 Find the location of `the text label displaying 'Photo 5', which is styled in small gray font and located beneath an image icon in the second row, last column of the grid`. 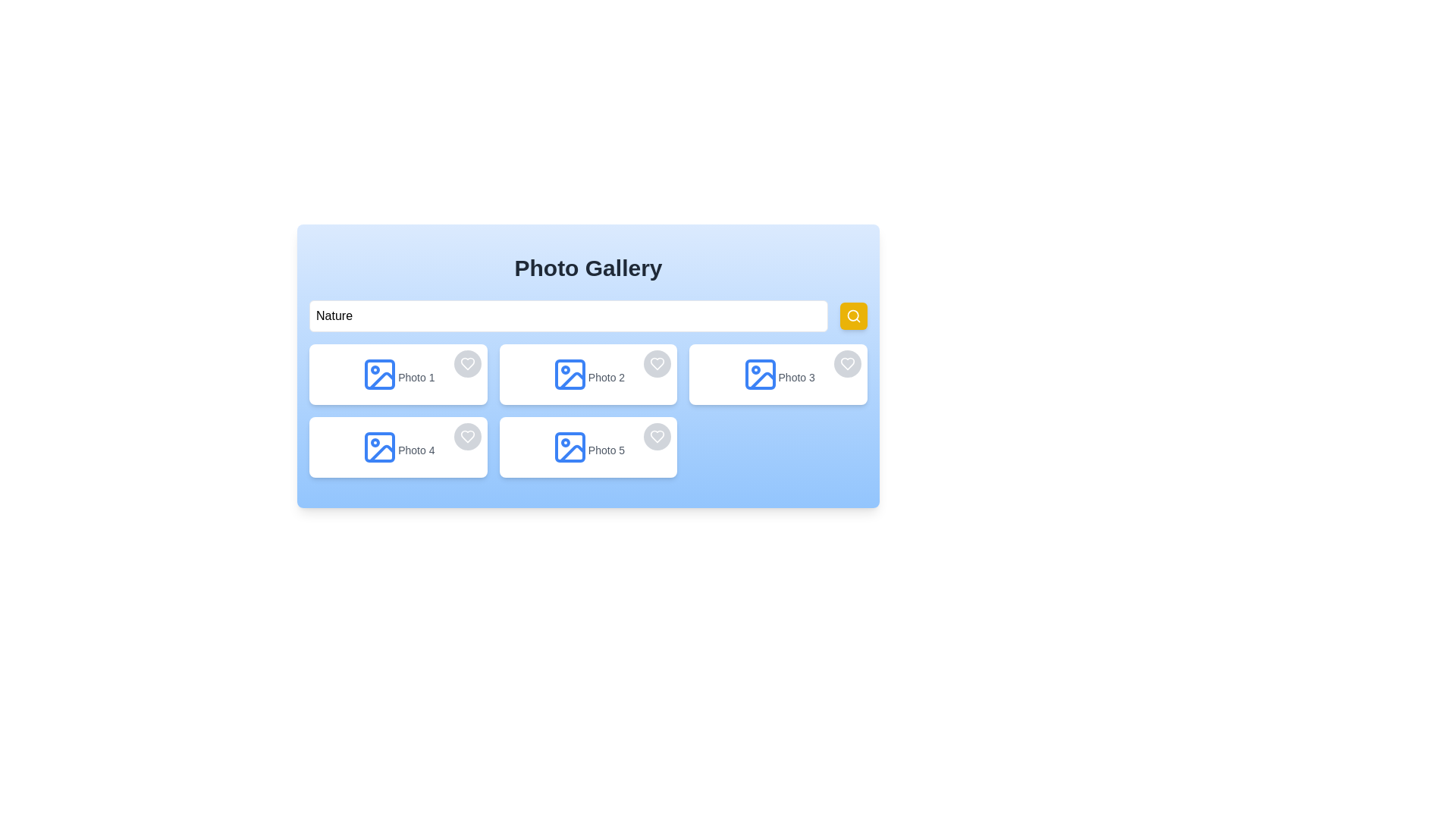

the text label displaying 'Photo 5', which is styled in small gray font and located beneath an image icon in the second row, last column of the grid is located at coordinates (607, 450).